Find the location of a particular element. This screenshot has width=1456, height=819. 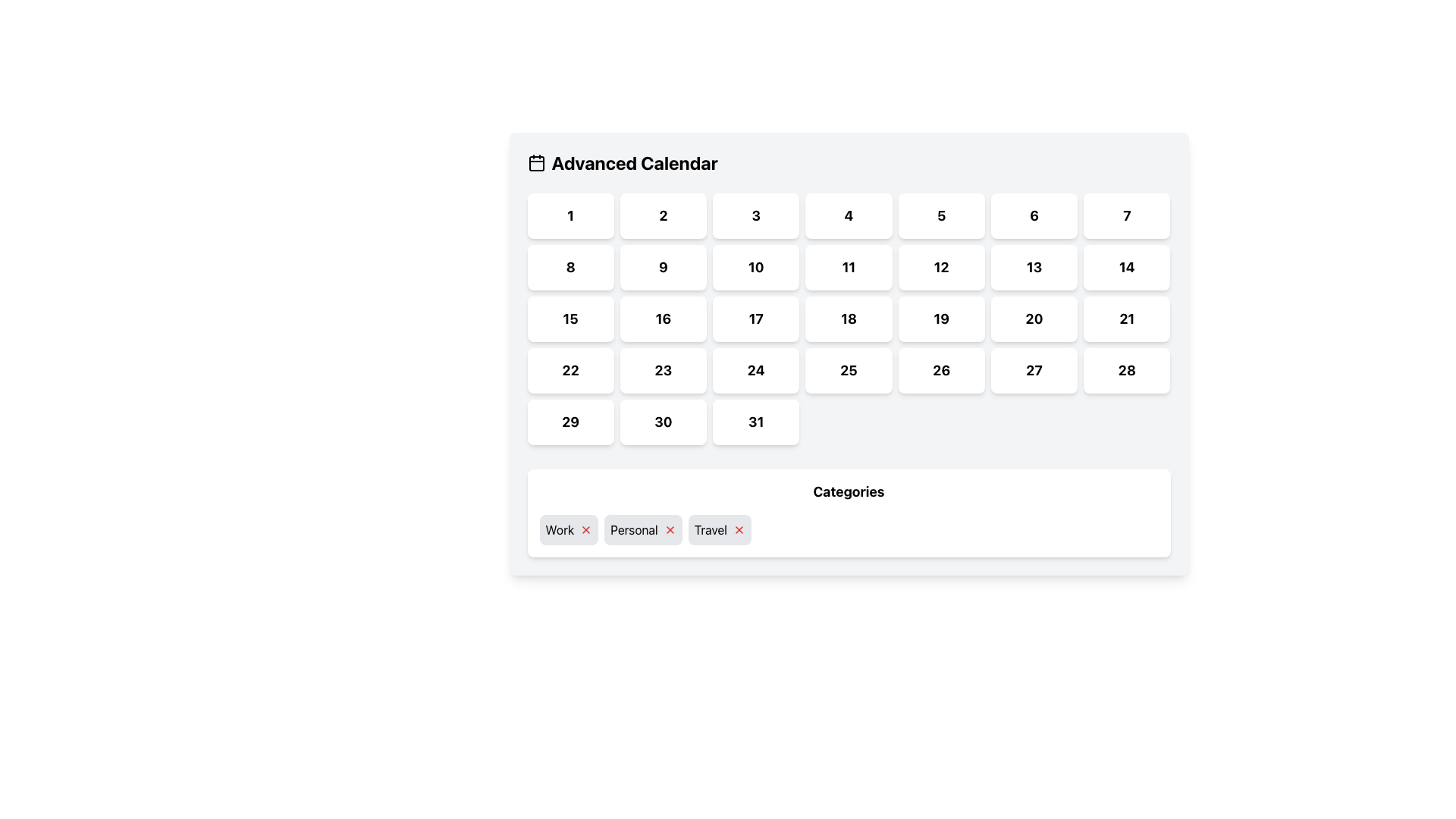

the calendar button representing the date '13' located in the second column and third row of the calendar grid is located at coordinates (1033, 267).